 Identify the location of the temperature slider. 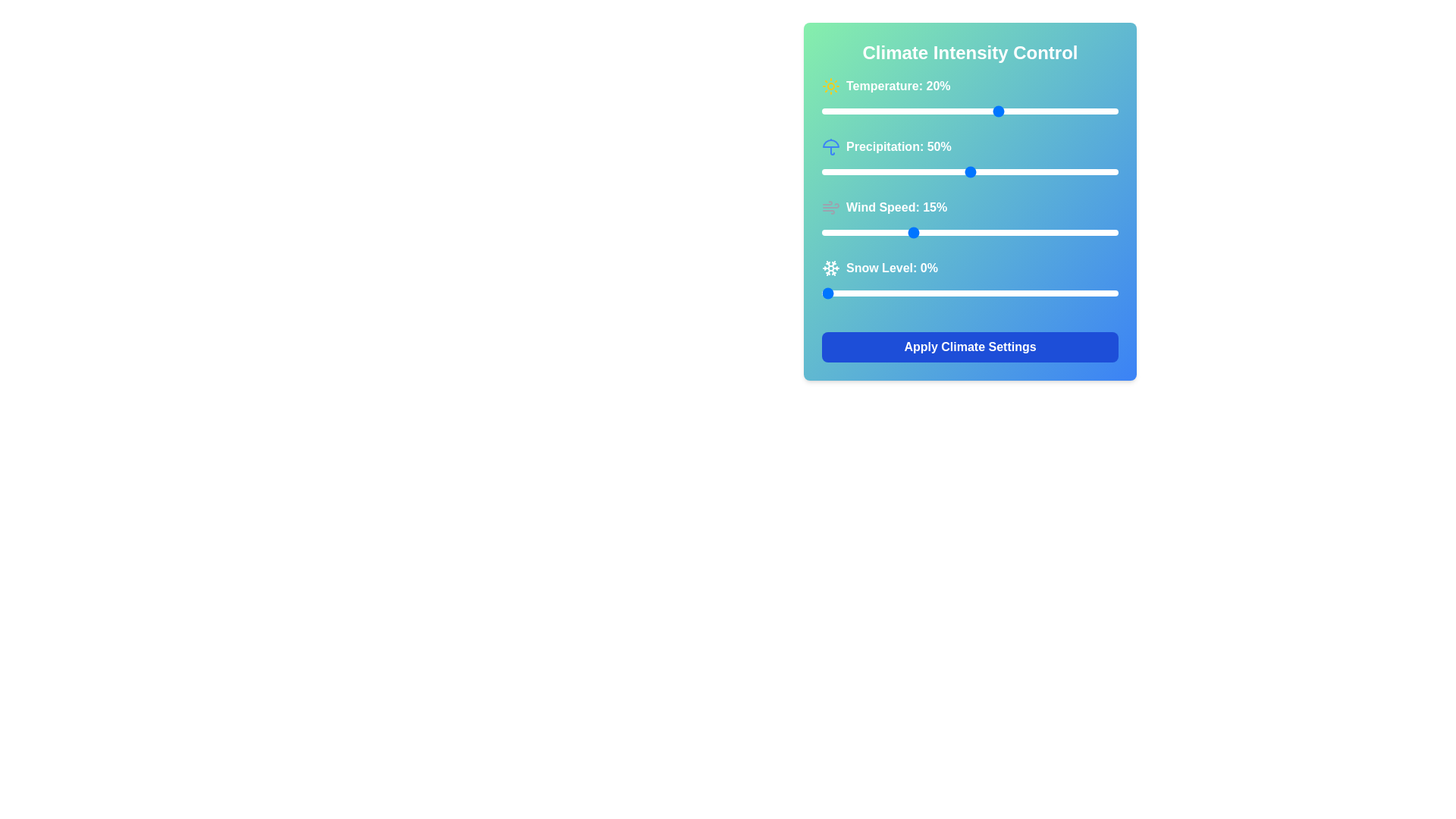
(969, 110).